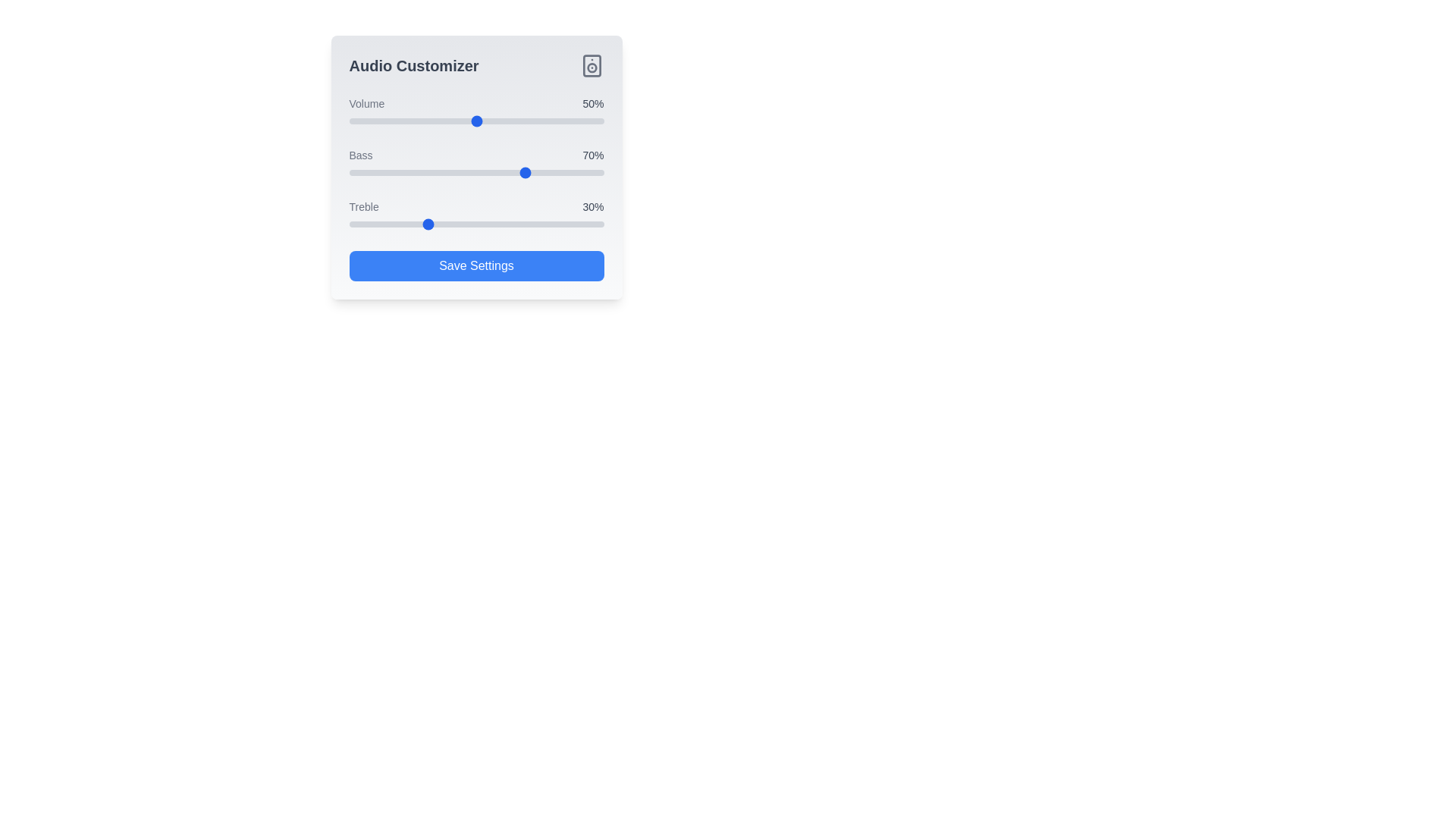  I want to click on the 'Save Settings' button to save the audio preferences, so click(475, 265).